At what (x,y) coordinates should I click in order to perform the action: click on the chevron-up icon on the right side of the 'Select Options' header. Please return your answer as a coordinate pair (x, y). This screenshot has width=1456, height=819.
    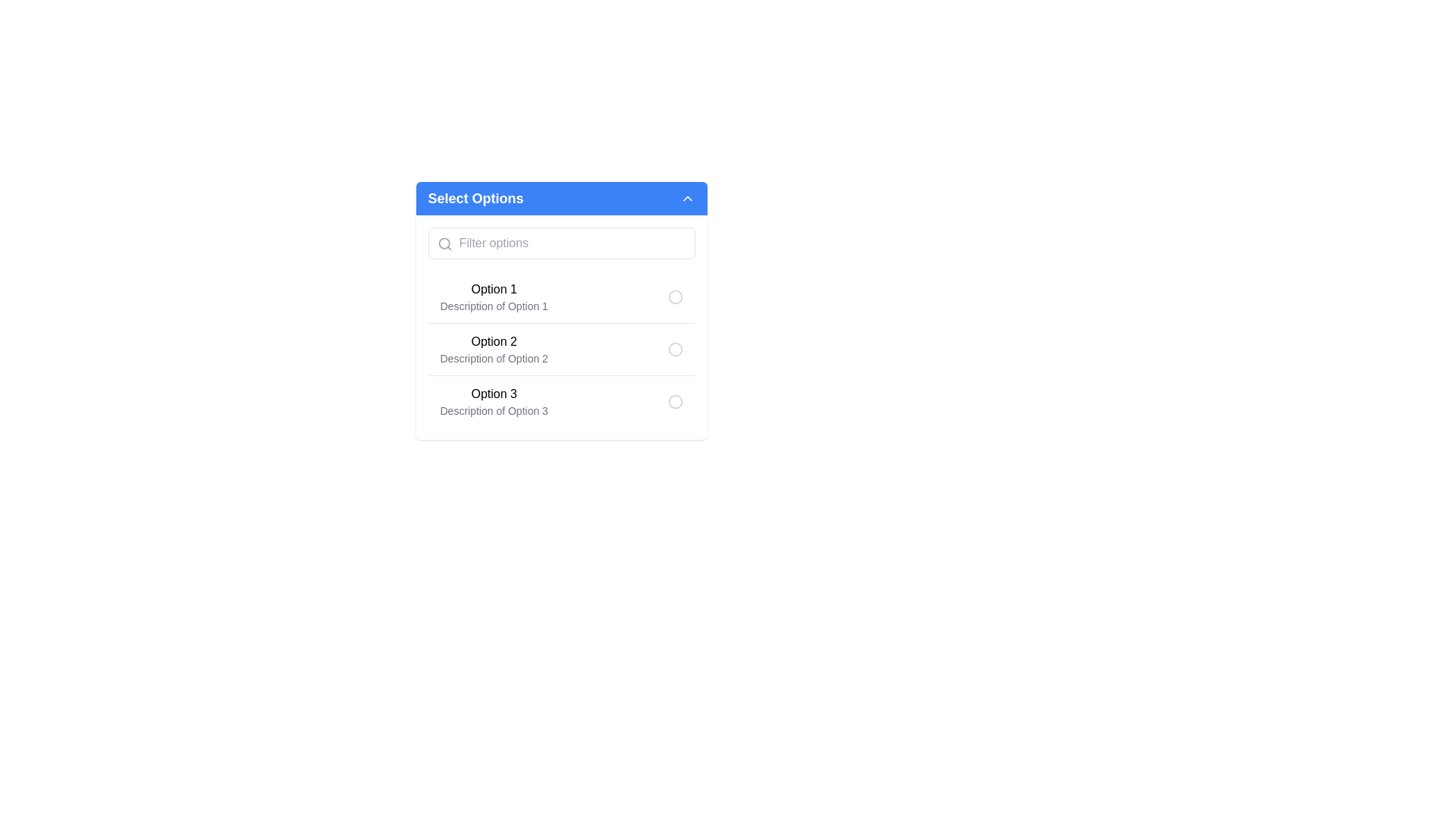
    Looking at the image, I should click on (686, 198).